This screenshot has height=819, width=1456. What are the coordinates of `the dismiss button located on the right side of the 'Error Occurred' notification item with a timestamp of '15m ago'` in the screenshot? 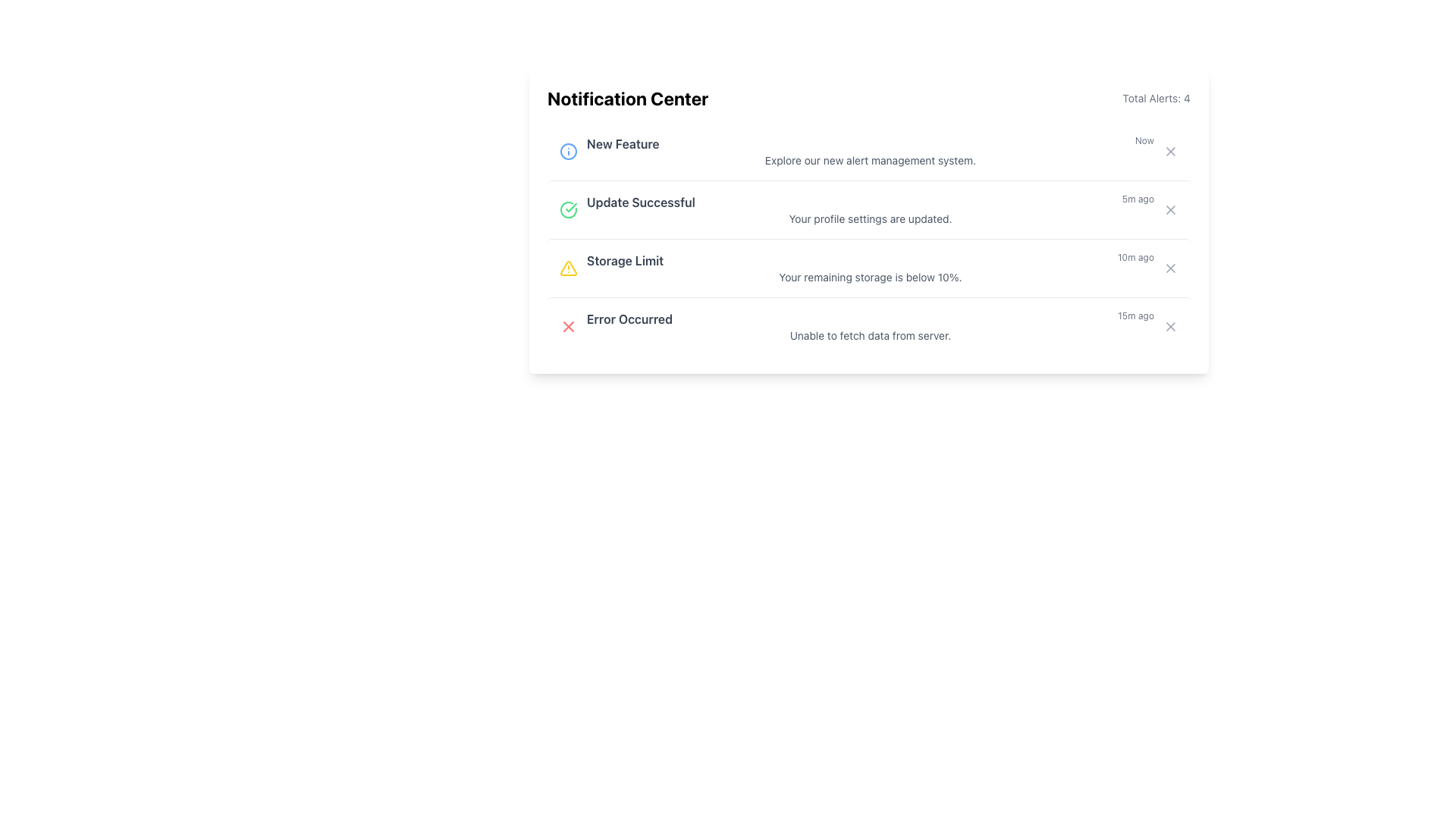 It's located at (1170, 326).